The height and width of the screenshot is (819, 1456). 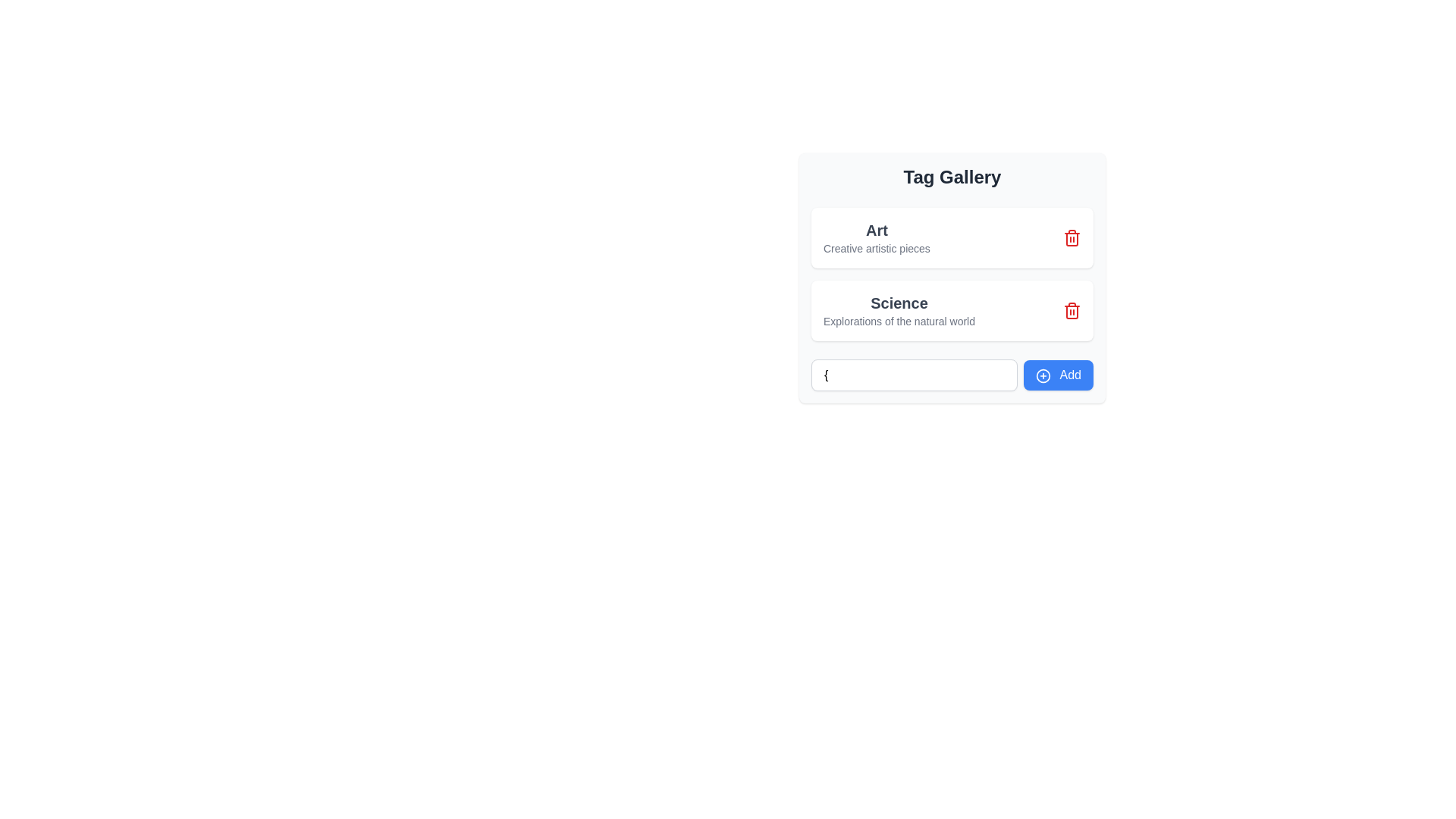 I want to click on the delete button located on the right side of the 'Science' label, so click(x=1072, y=309).